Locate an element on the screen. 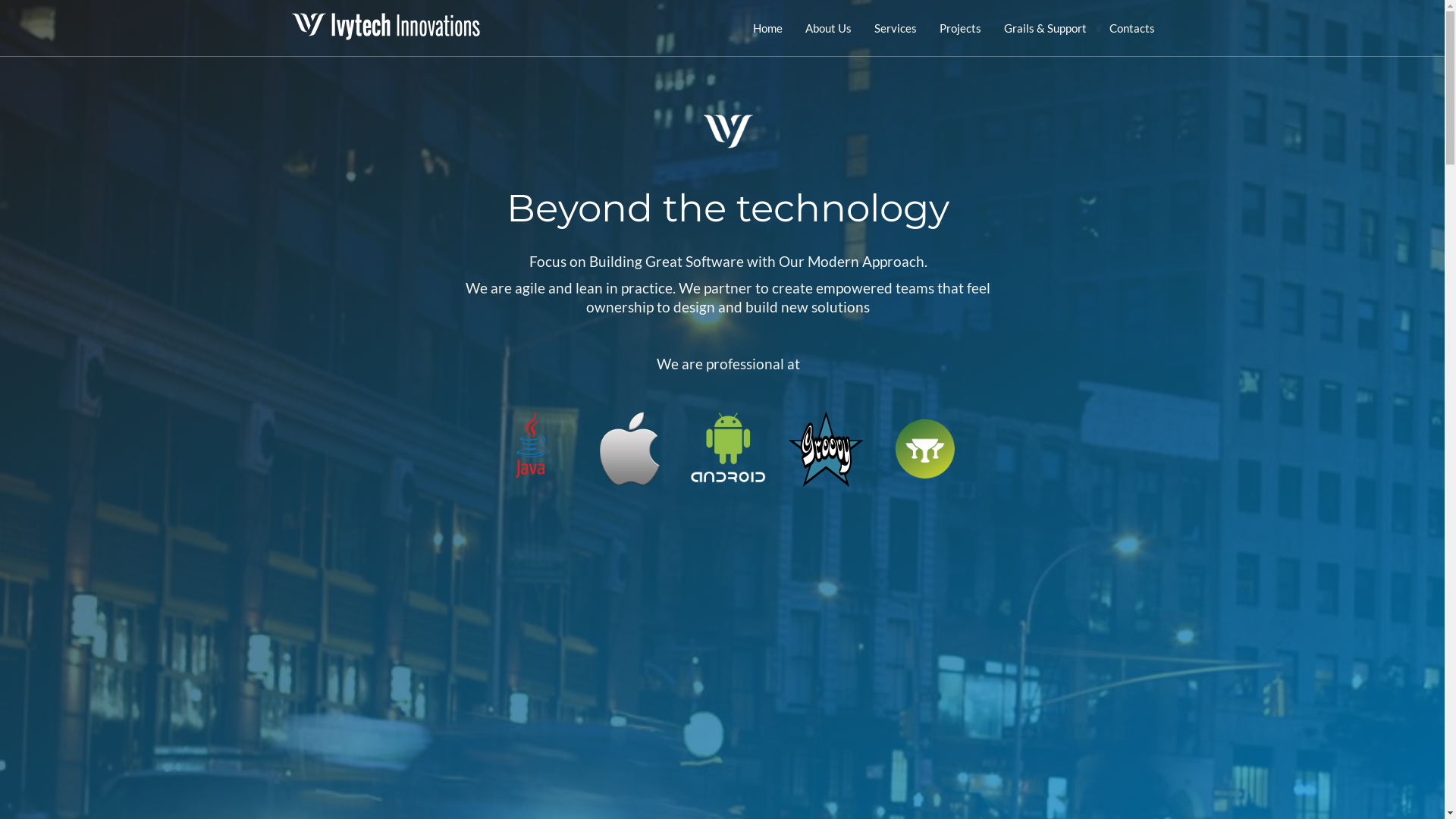  'Services' is located at coordinates (895, 28).